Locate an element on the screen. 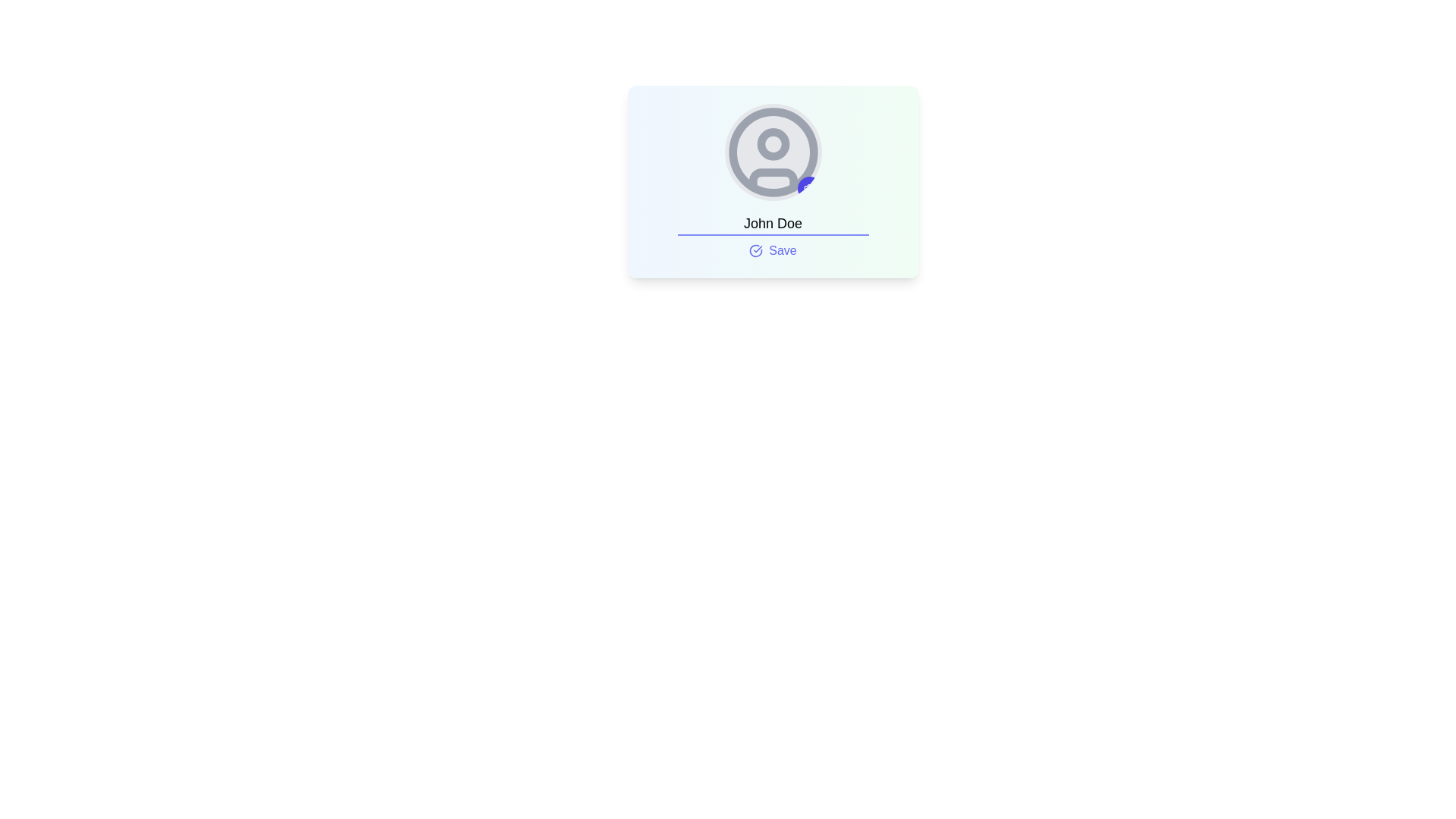 Image resolution: width=1456 pixels, height=819 pixels. the monochromatic camera icon located at the bottom-right corner of the user avatar is located at coordinates (808, 188).